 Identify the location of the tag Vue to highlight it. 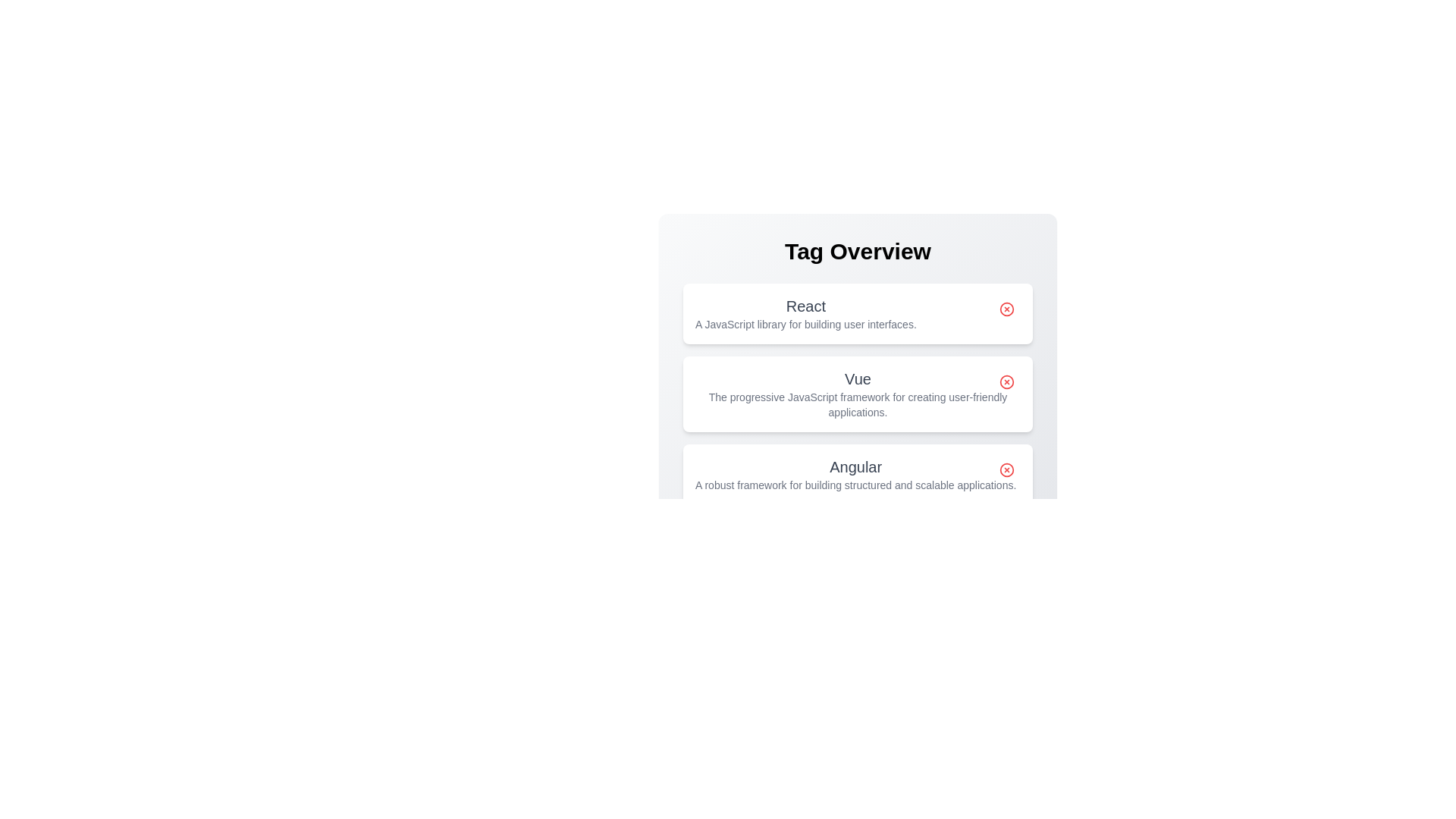
(858, 394).